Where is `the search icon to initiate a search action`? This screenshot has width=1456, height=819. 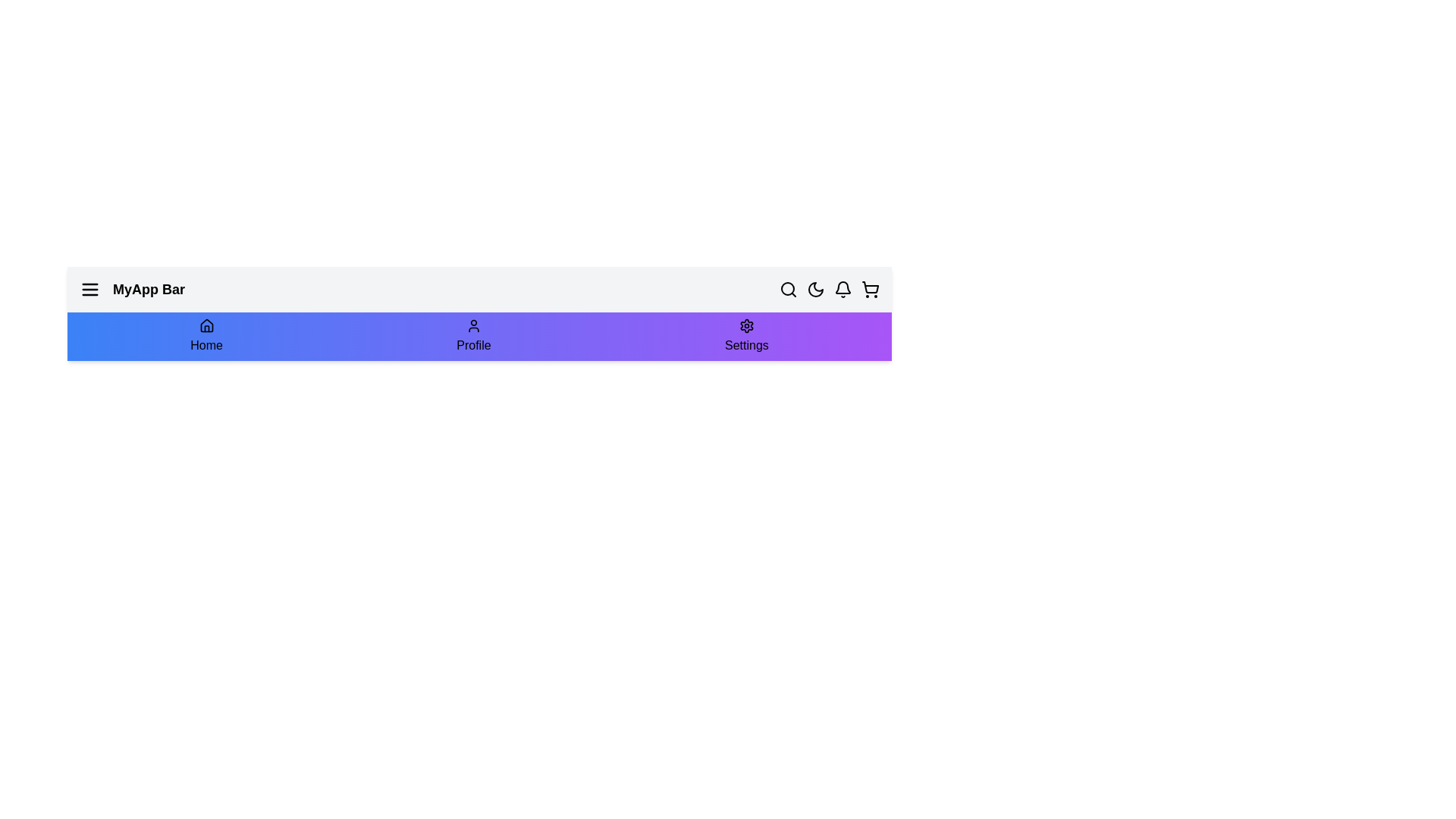
the search icon to initiate a search action is located at coordinates (789, 289).